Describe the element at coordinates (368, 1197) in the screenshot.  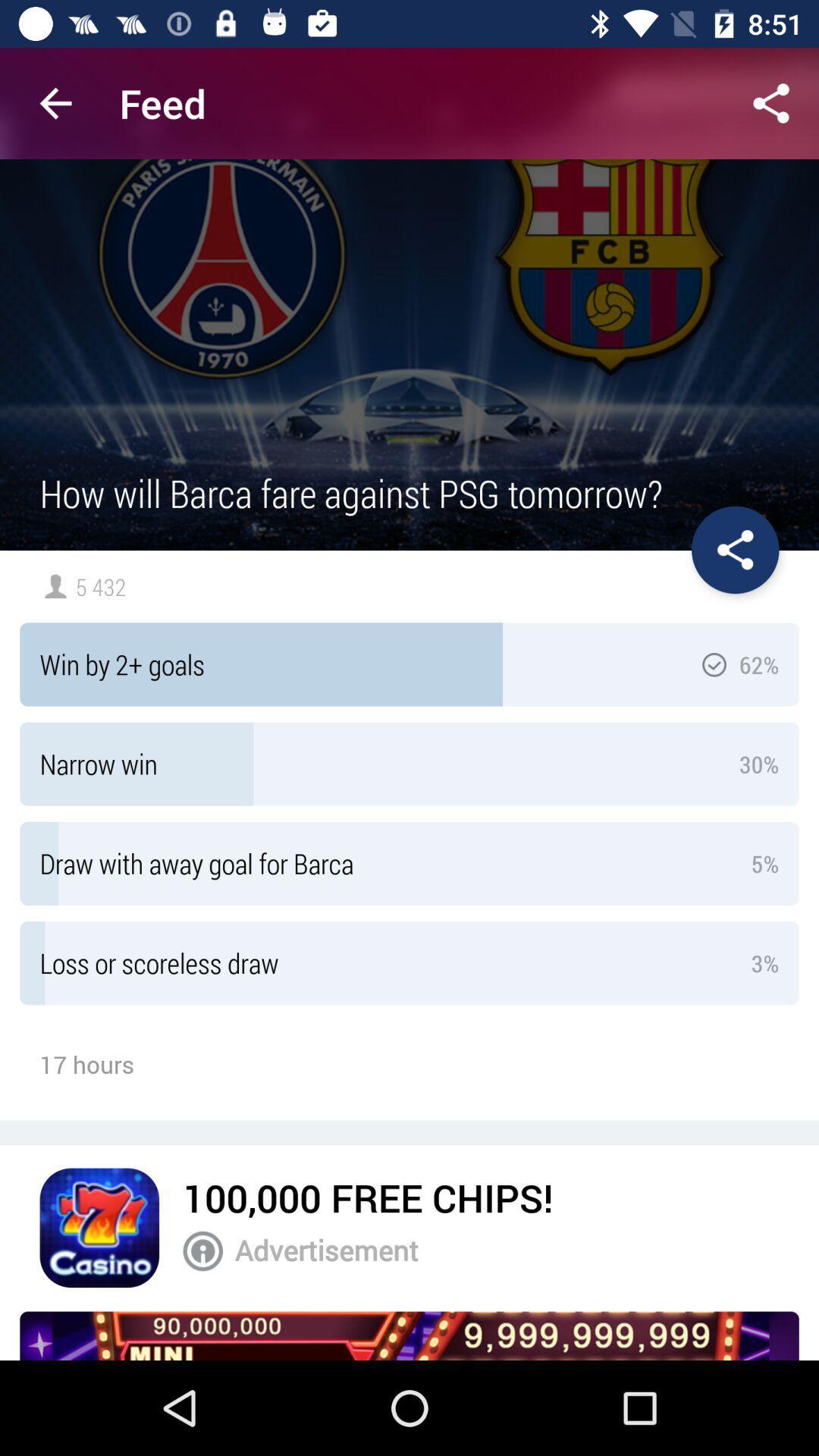
I see `the icon below loss or scoreless item` at that location.